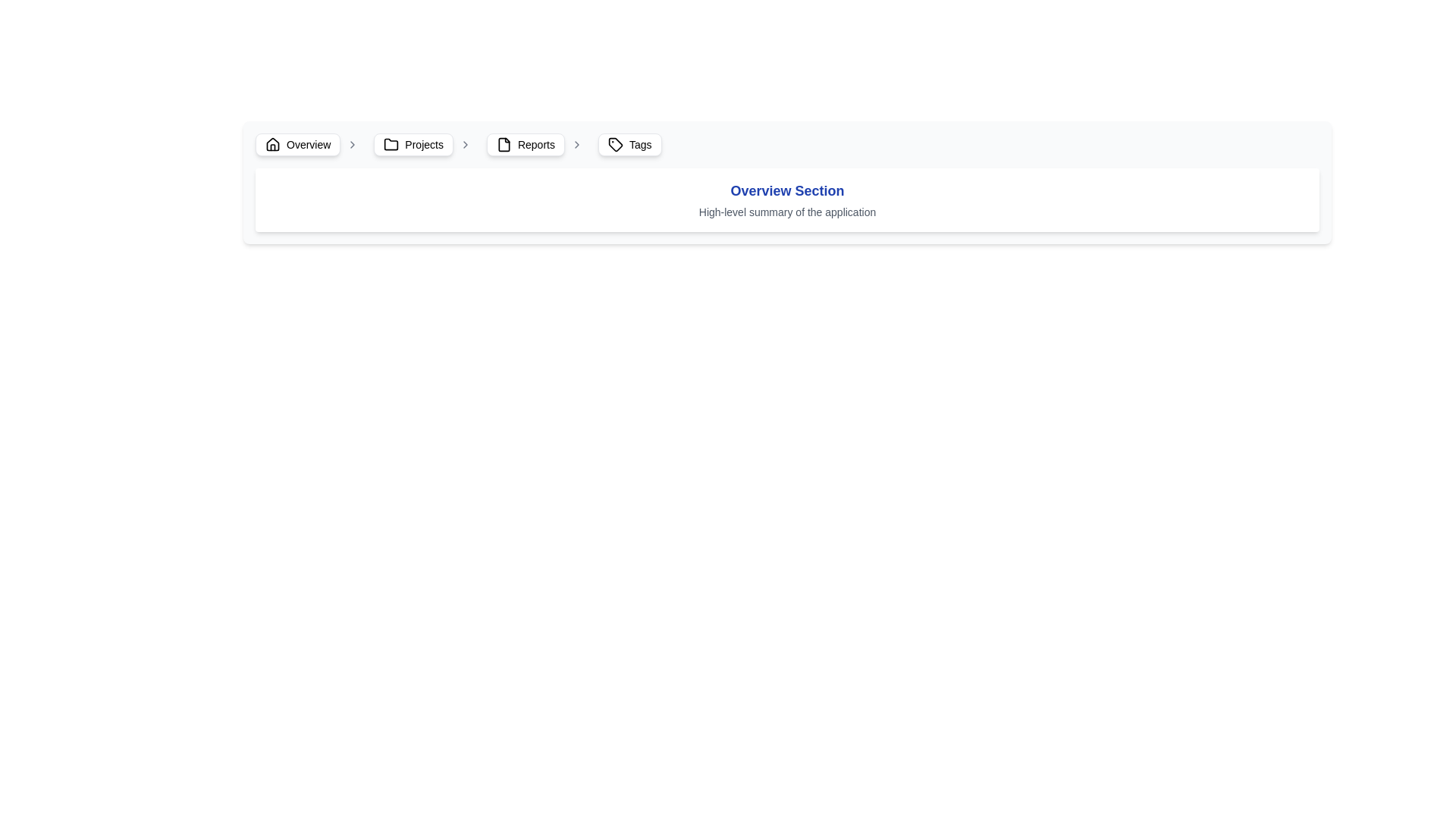  I want to click on the folder icon located in the navigation breadcrumb bar, positioned between the 'Overview' and 'Reports' icons, so click(391, 144).